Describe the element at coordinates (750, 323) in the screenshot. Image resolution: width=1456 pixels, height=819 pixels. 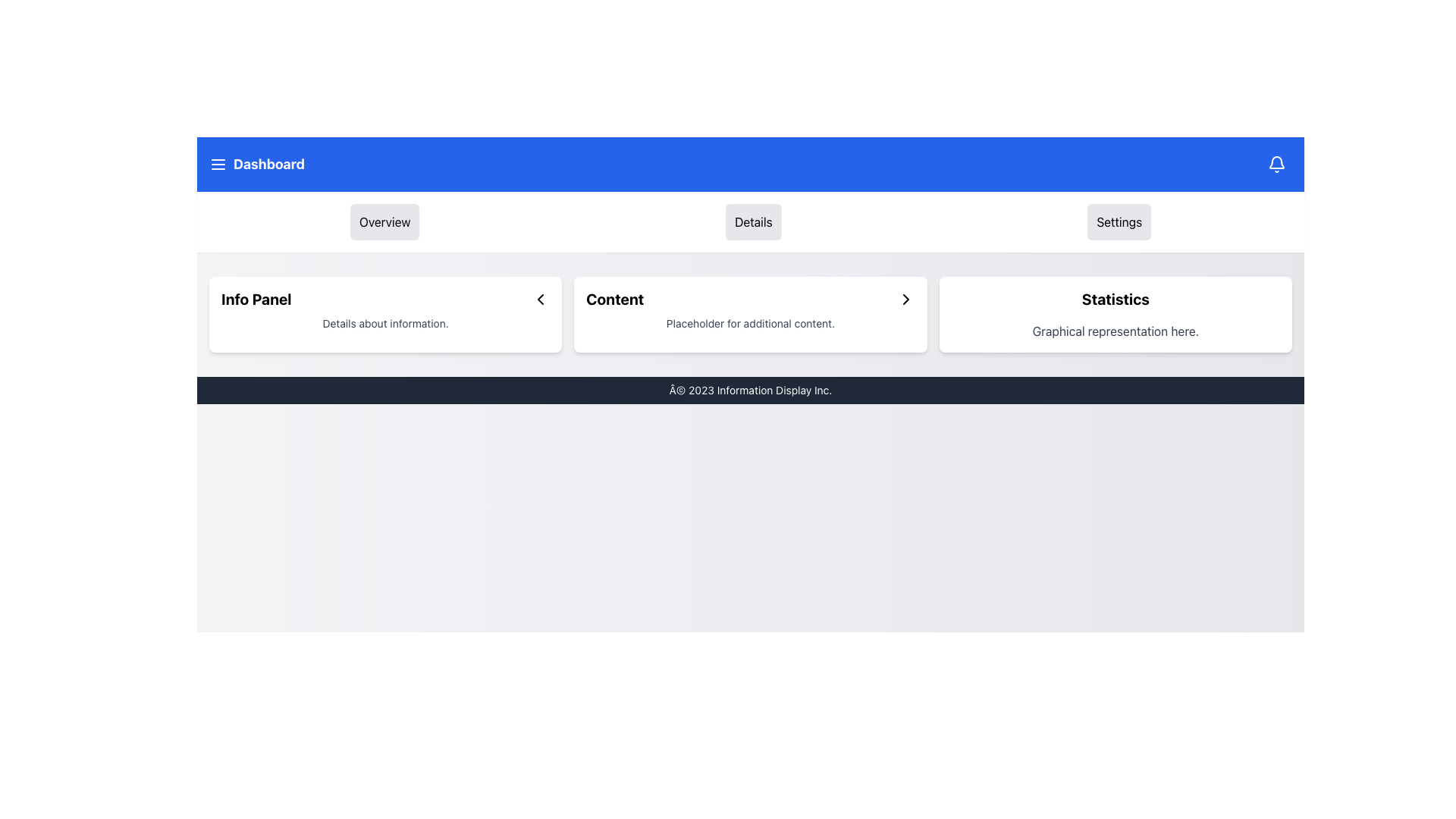
I see `the text label that reads 'Placeholder for additional content.' located beneath the bold header 'Content' in the central panel` at that location.